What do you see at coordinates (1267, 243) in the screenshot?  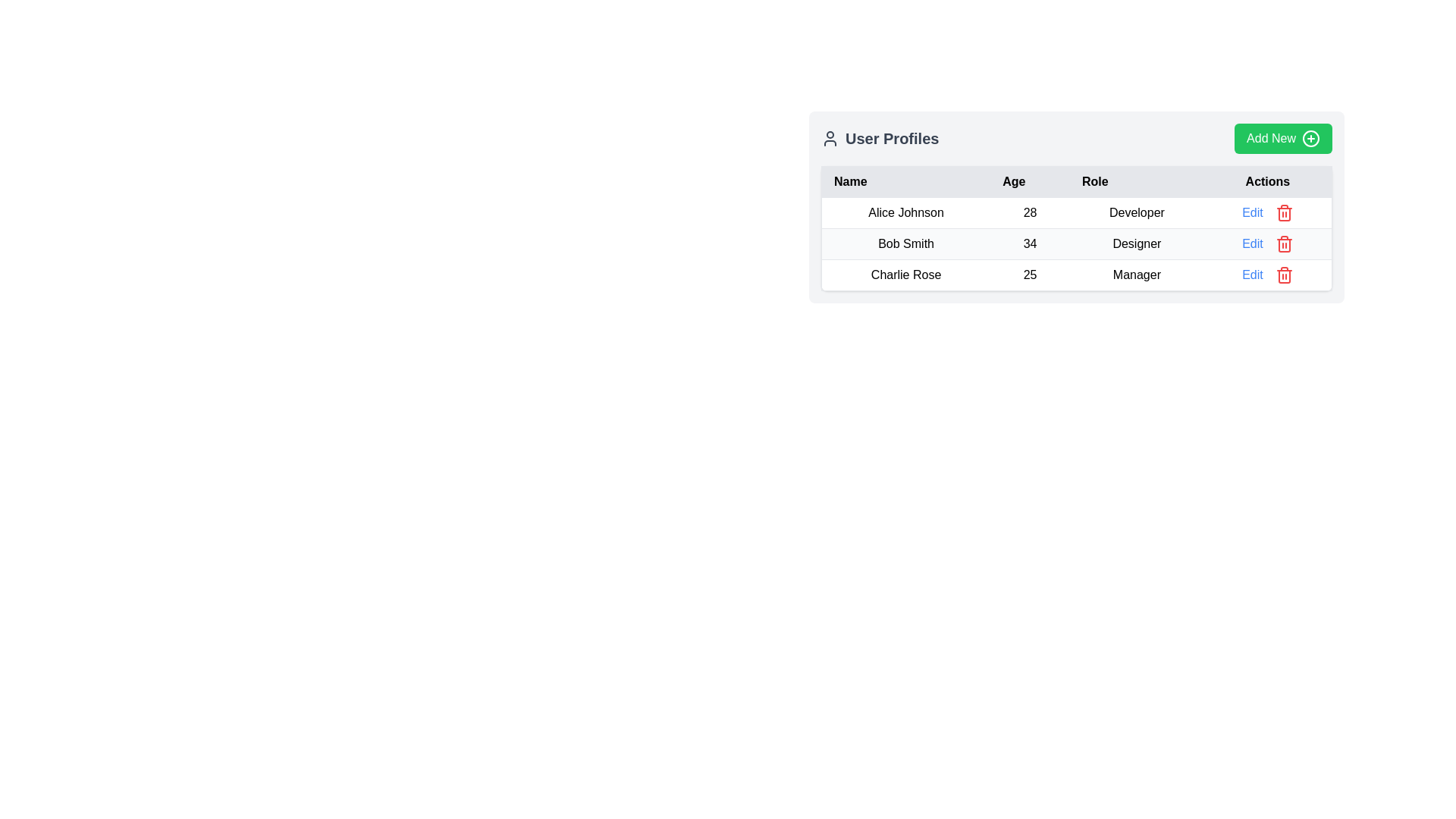 I see `the 'Edit' button located in the 'Actions' column for user 'Bob Smith' in the table` at bounding box center [1267, 243].